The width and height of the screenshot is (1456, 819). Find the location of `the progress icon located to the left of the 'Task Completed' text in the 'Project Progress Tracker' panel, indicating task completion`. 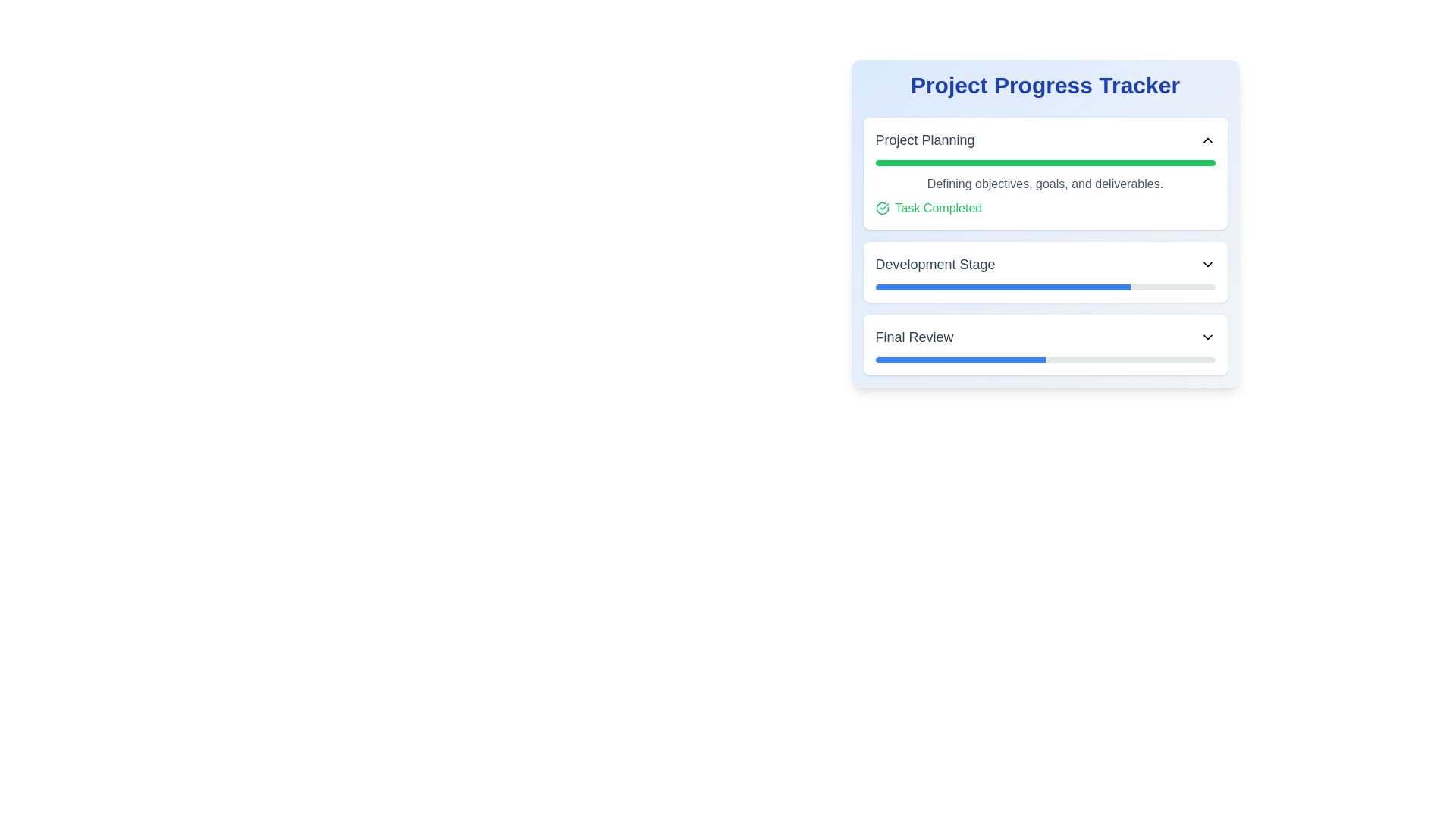

the progress icon located to the left of the 'Task Completed' text in the 'Project Progress Tracker' panel, indicating task completion is located at coordinates (882, 208).